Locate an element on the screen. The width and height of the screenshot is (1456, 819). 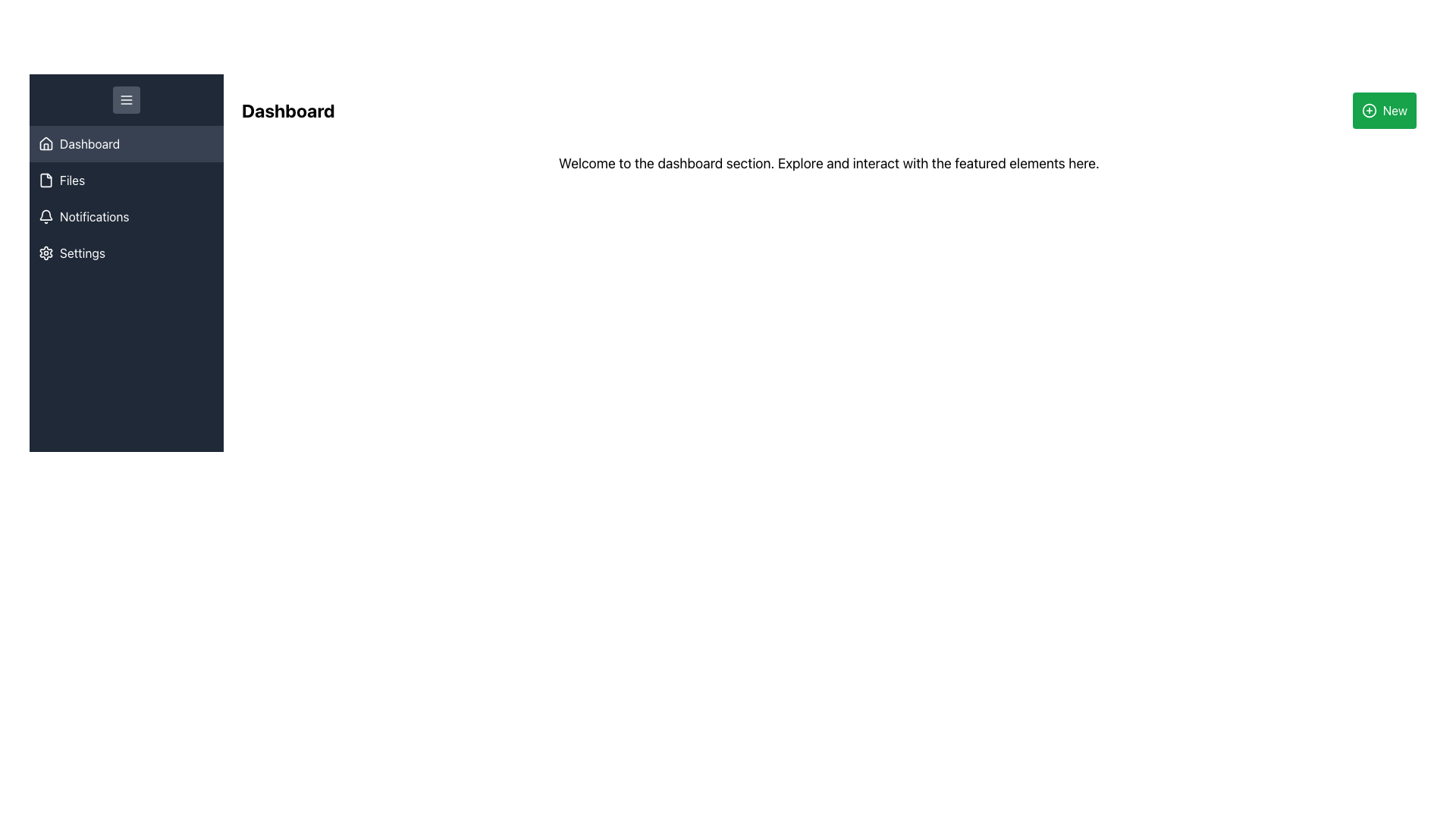
the menu toggle button located at the top of the side navigation bar is located at coordinates (127, 99).